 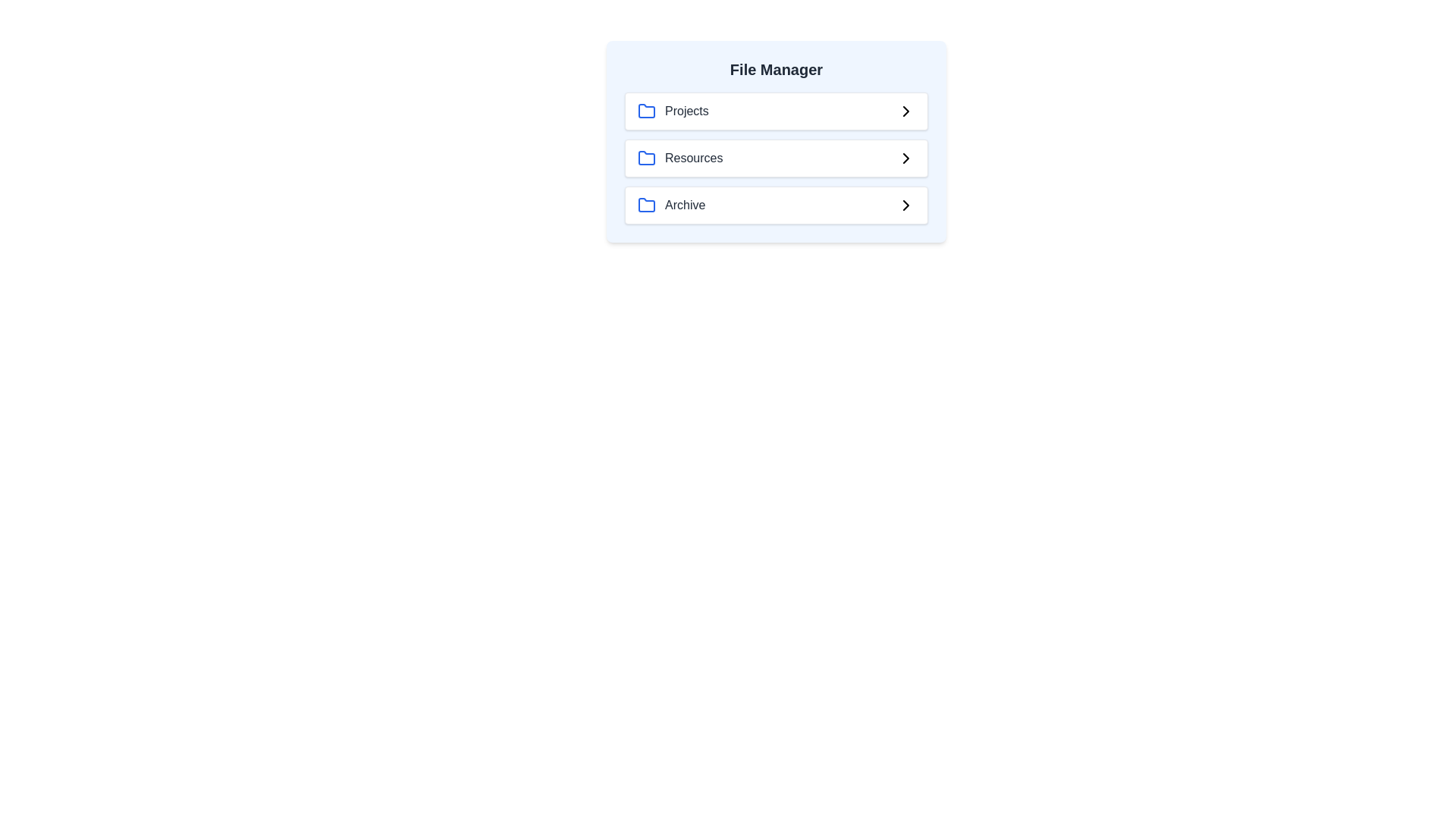 What do you see at coordinates (906, 158) in the screenshot?
I see `the Right Arrow icon located on the far right of the 'Resources' row, which indicates that the row is actionable` at bounding box center [906, 158].